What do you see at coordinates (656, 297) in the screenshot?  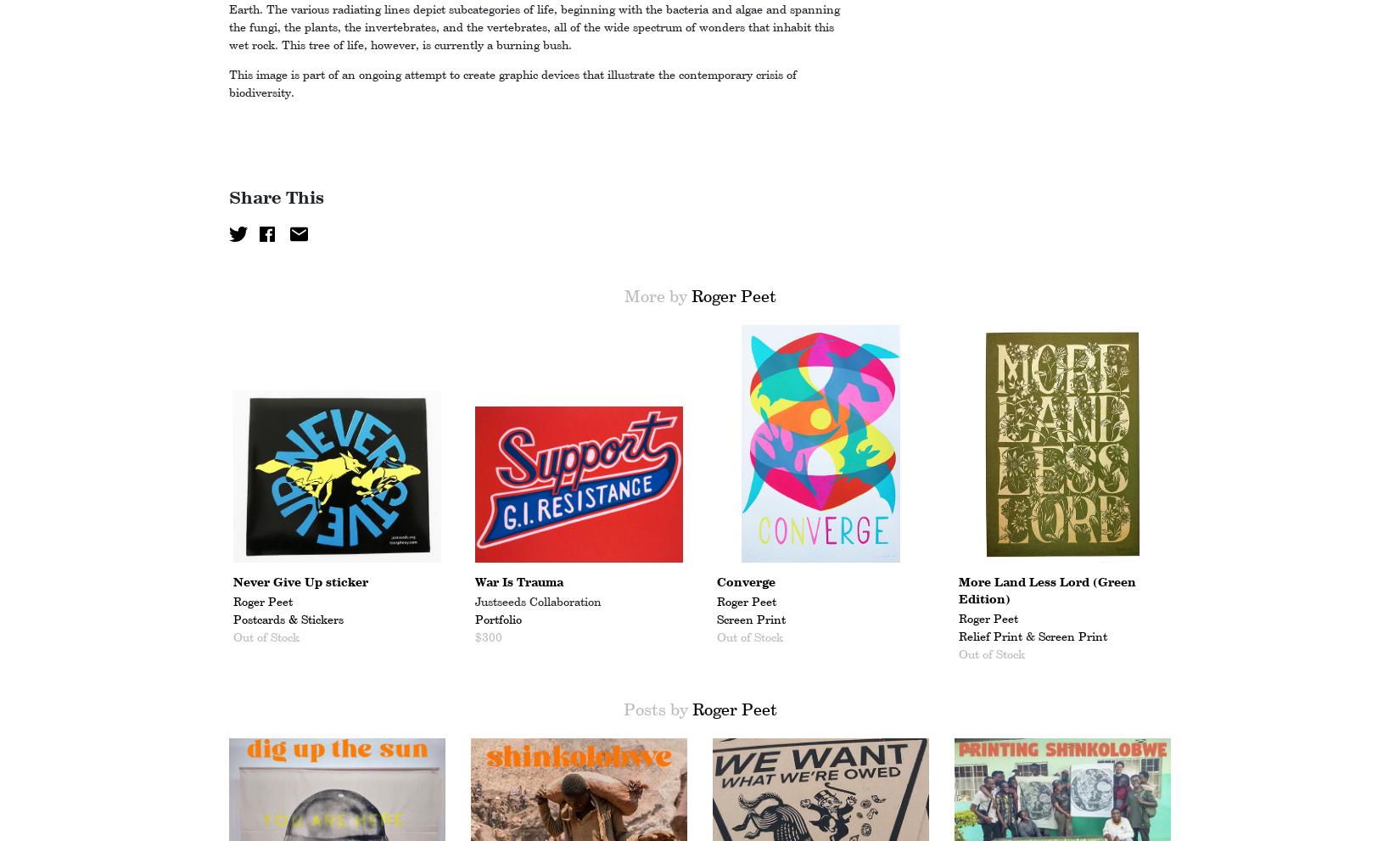 I see `'More by'` at bounding box center [656, 297].